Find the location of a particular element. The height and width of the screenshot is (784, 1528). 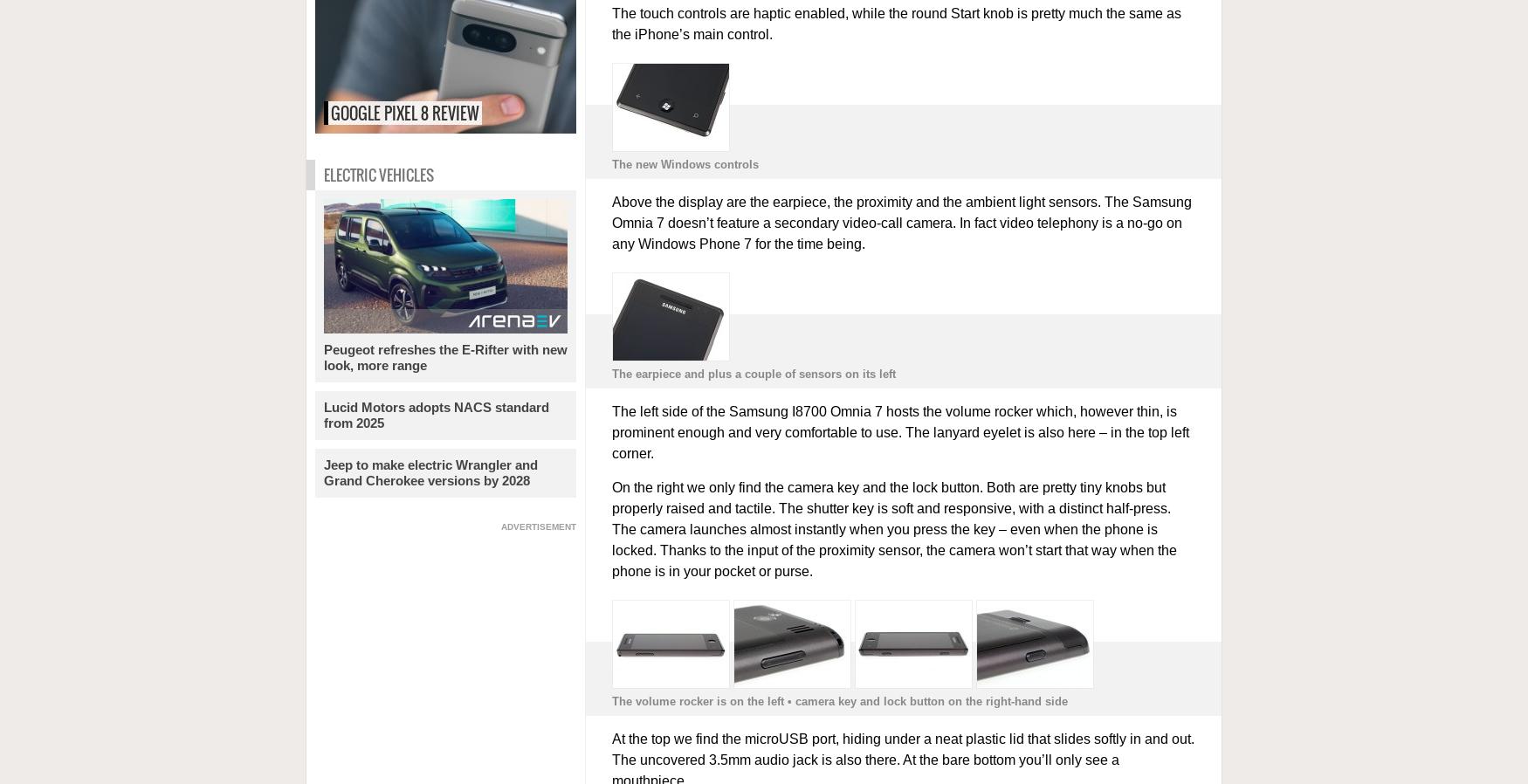

'Above the display are the earpiece, the proximity and the ambient light sensors. The Samsung Omnia 7 doesn’t feature a secondary video-call camera. In fact video telephony is a no-go on any Windows Phone 7 for the time being.' is located at coordinates (899, 223).